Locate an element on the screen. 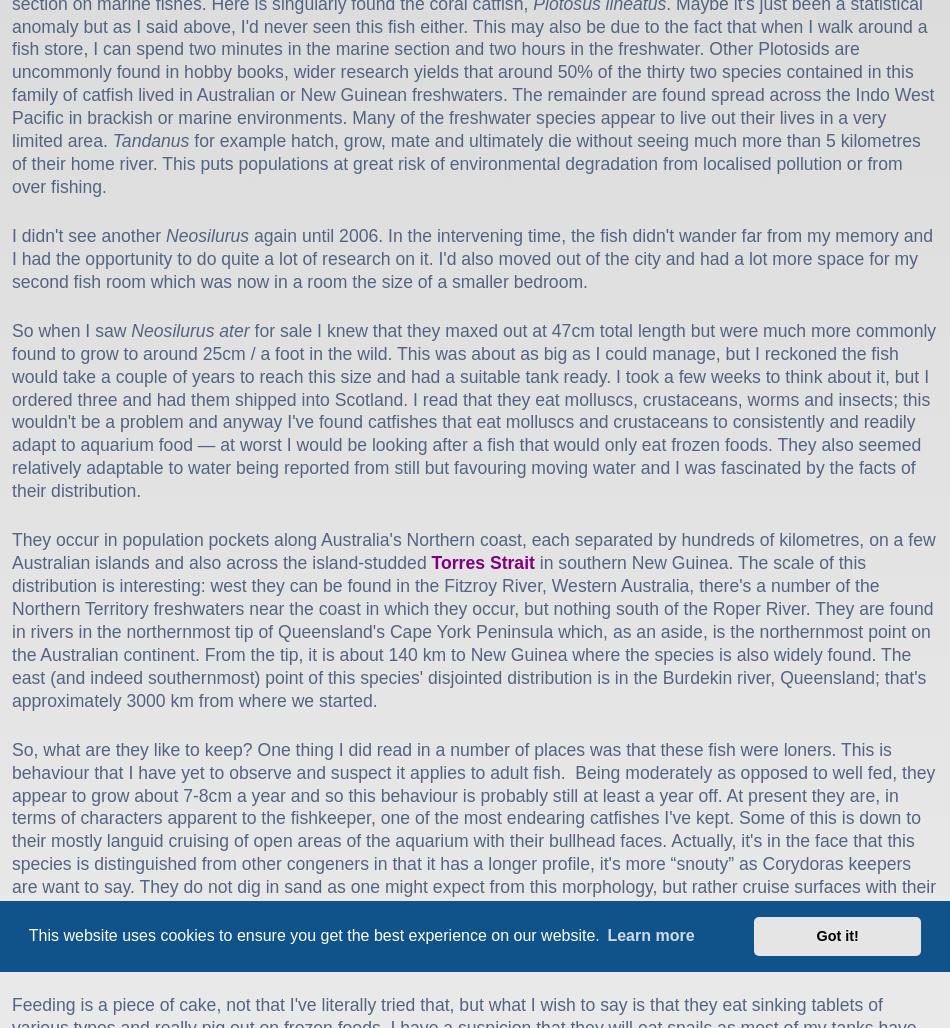 This screenshot has height=1028, width=950. 'This website uses cookies to ensure you get the best experience on our website.' is located at coordinates (314, 935).